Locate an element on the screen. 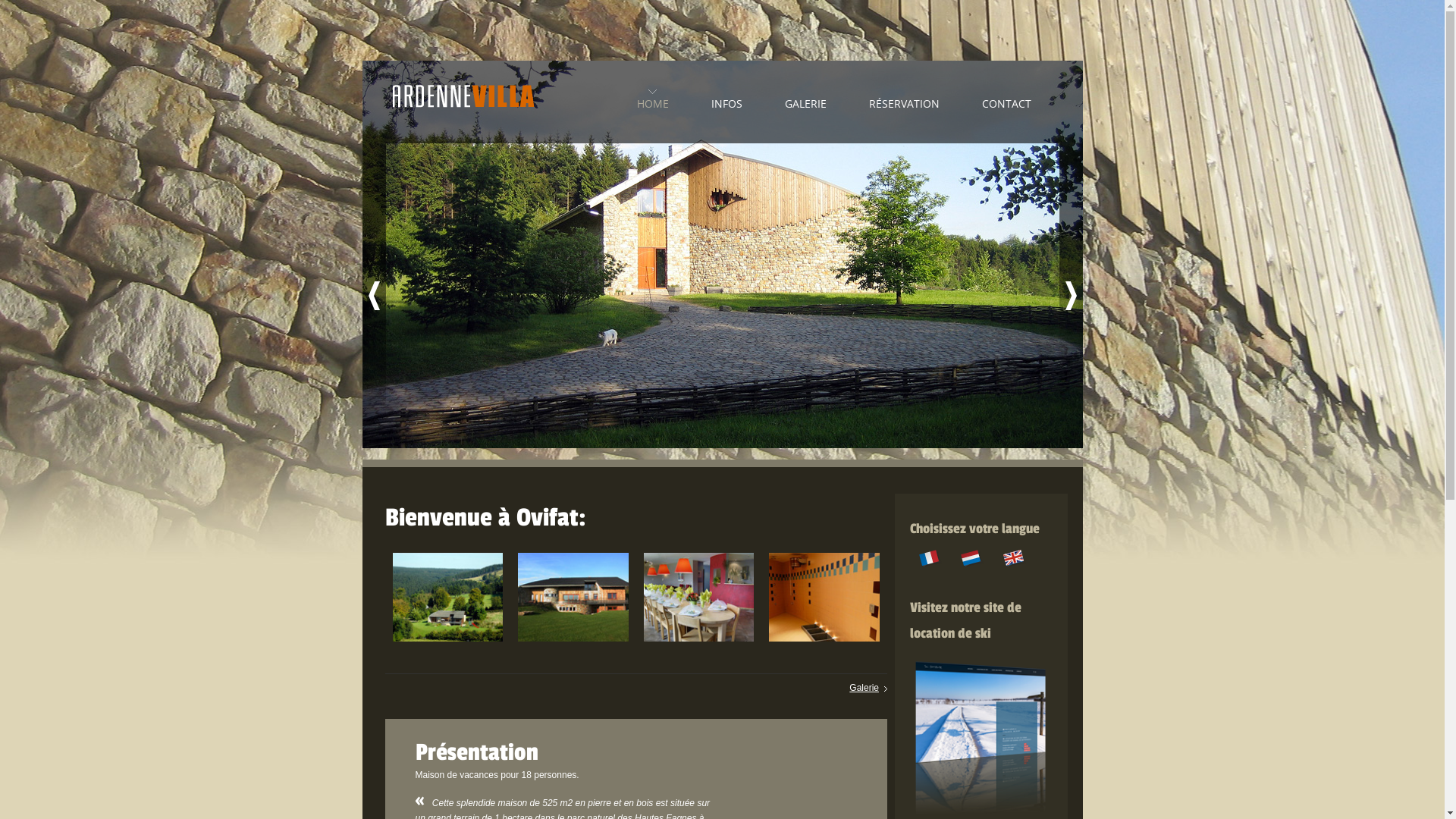  'Galerie' is located at coordinates (868, 687).